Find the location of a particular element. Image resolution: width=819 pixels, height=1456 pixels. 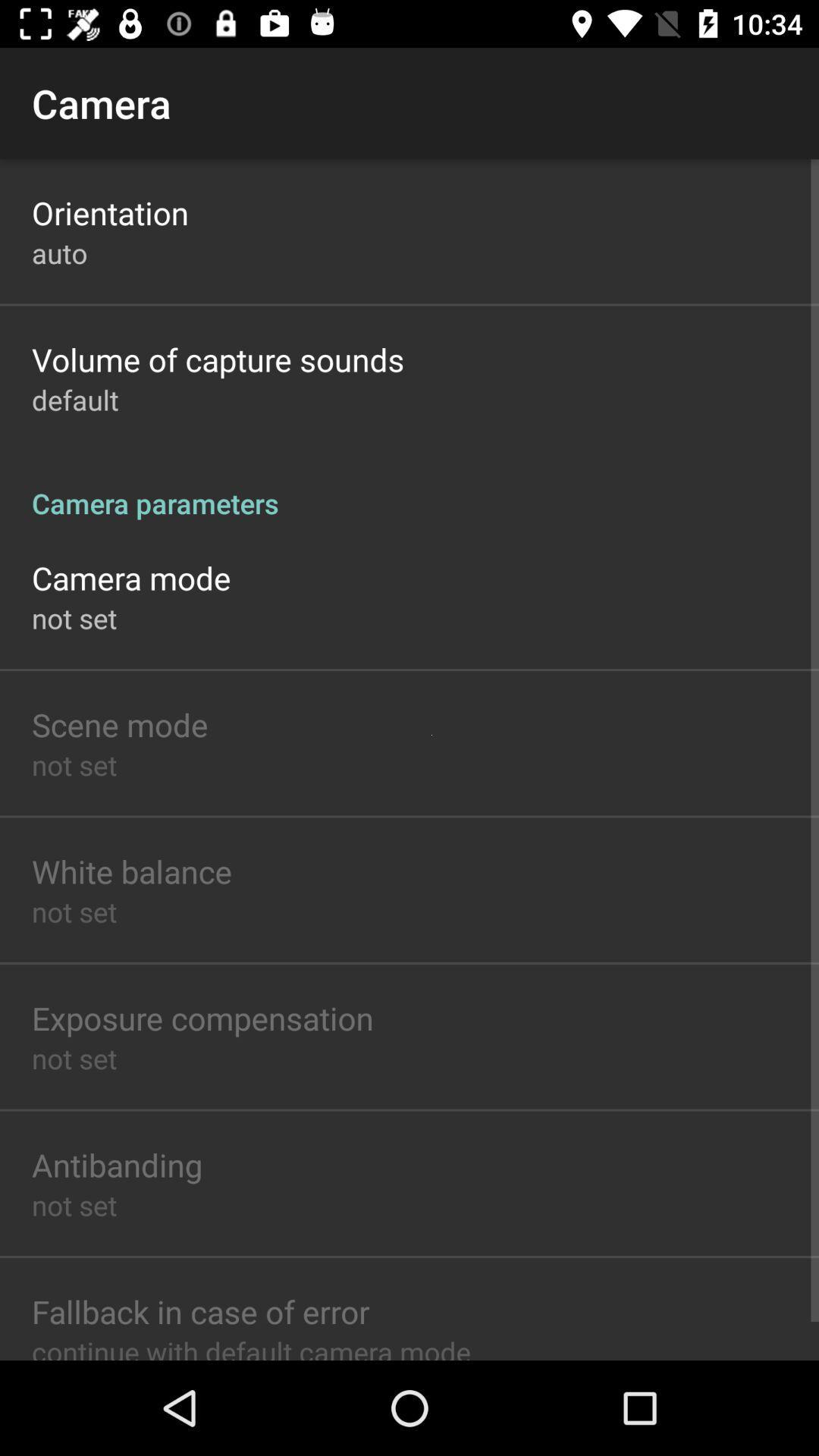

the continue with default app is located at coordinates (250, 1347).